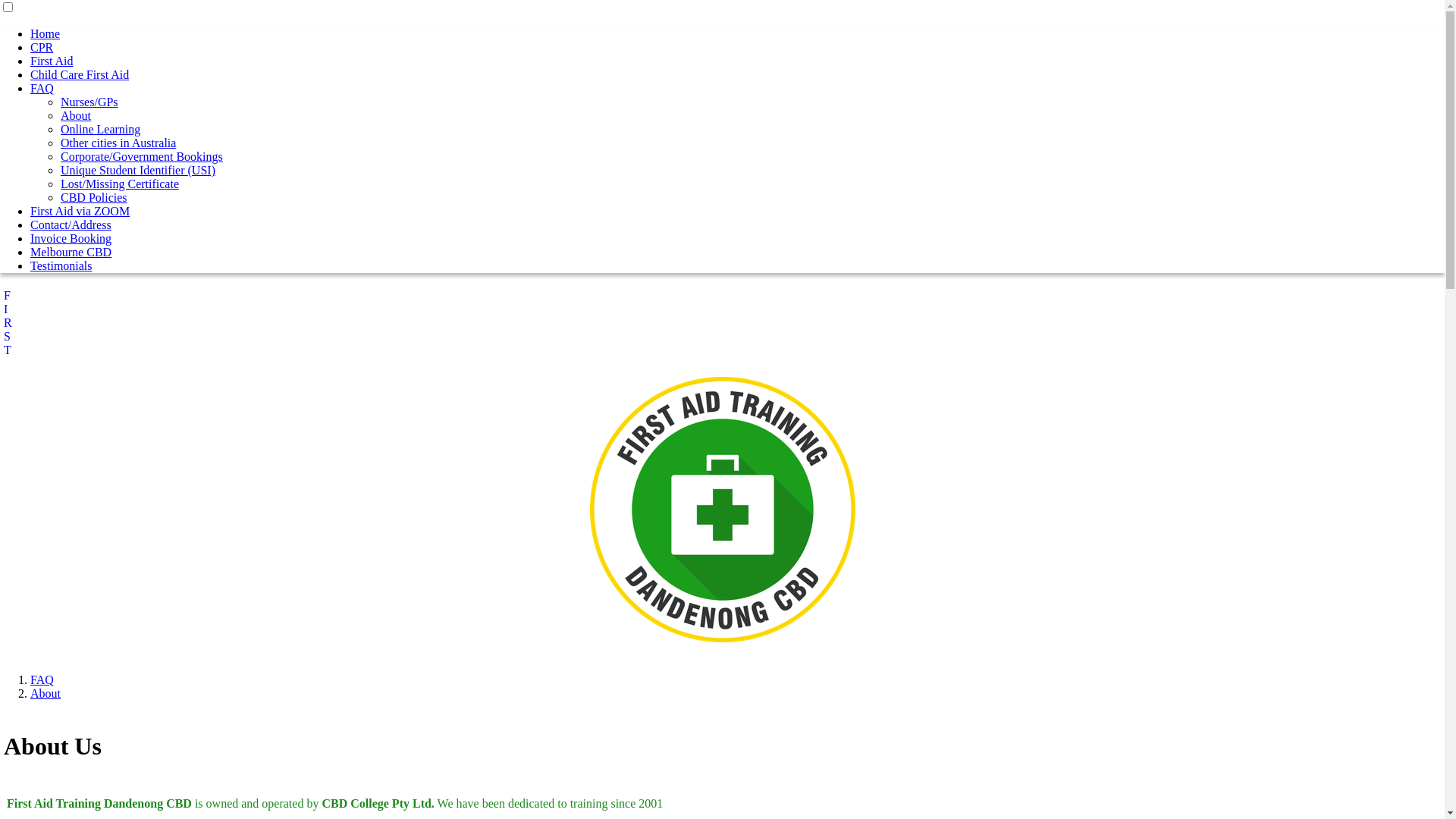  Describe the element at coordinates (70, 238) in the screenshot. I see `'Invoice Booking'` at that location.